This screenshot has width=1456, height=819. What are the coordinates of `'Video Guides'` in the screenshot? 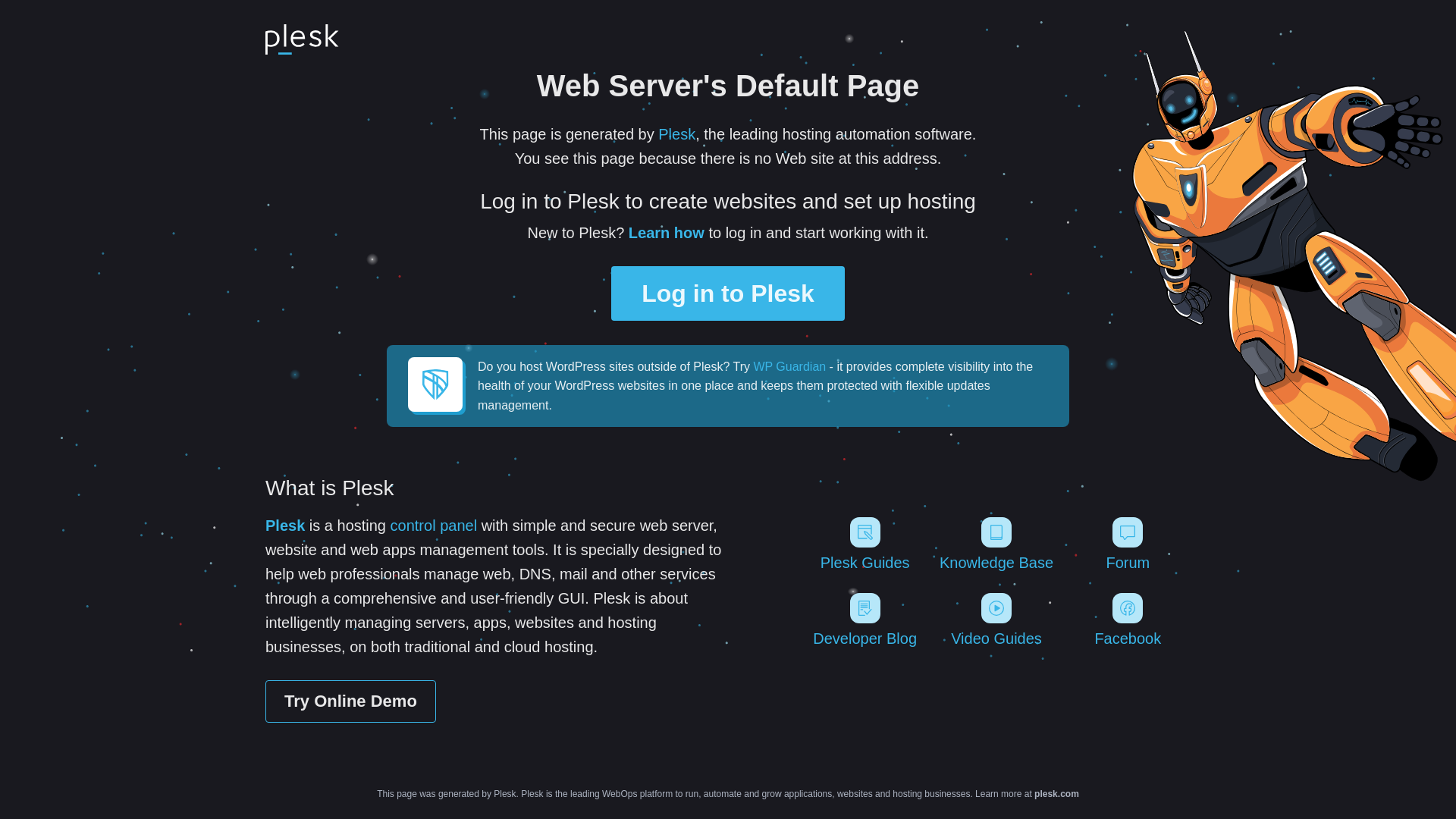 It's located at (932, 620).